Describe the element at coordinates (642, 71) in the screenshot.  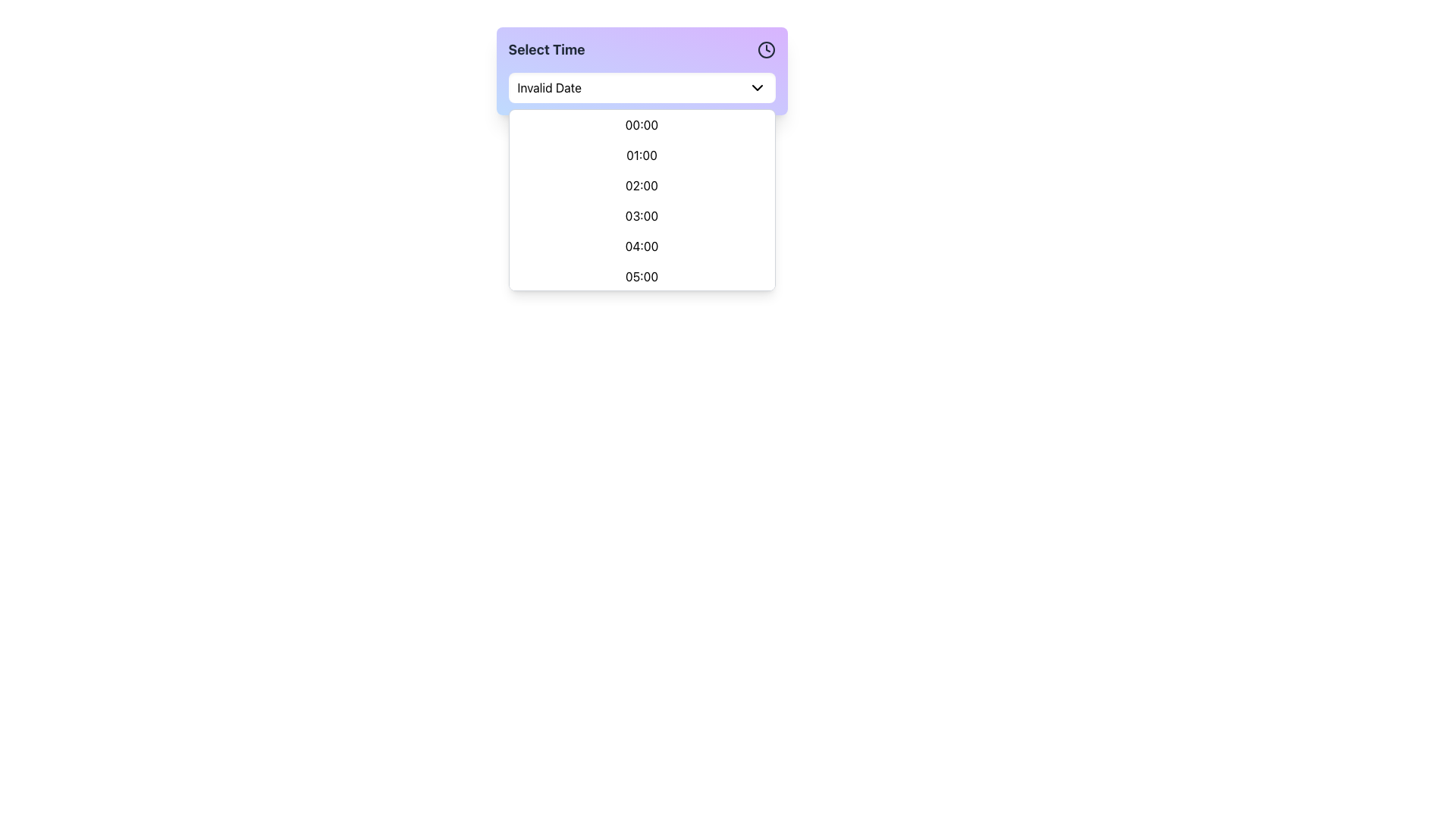
I see `the dropdown menu titled 'Invalid Date' located centrally below the label 'Select Time' within the gradient background card module` at that location.